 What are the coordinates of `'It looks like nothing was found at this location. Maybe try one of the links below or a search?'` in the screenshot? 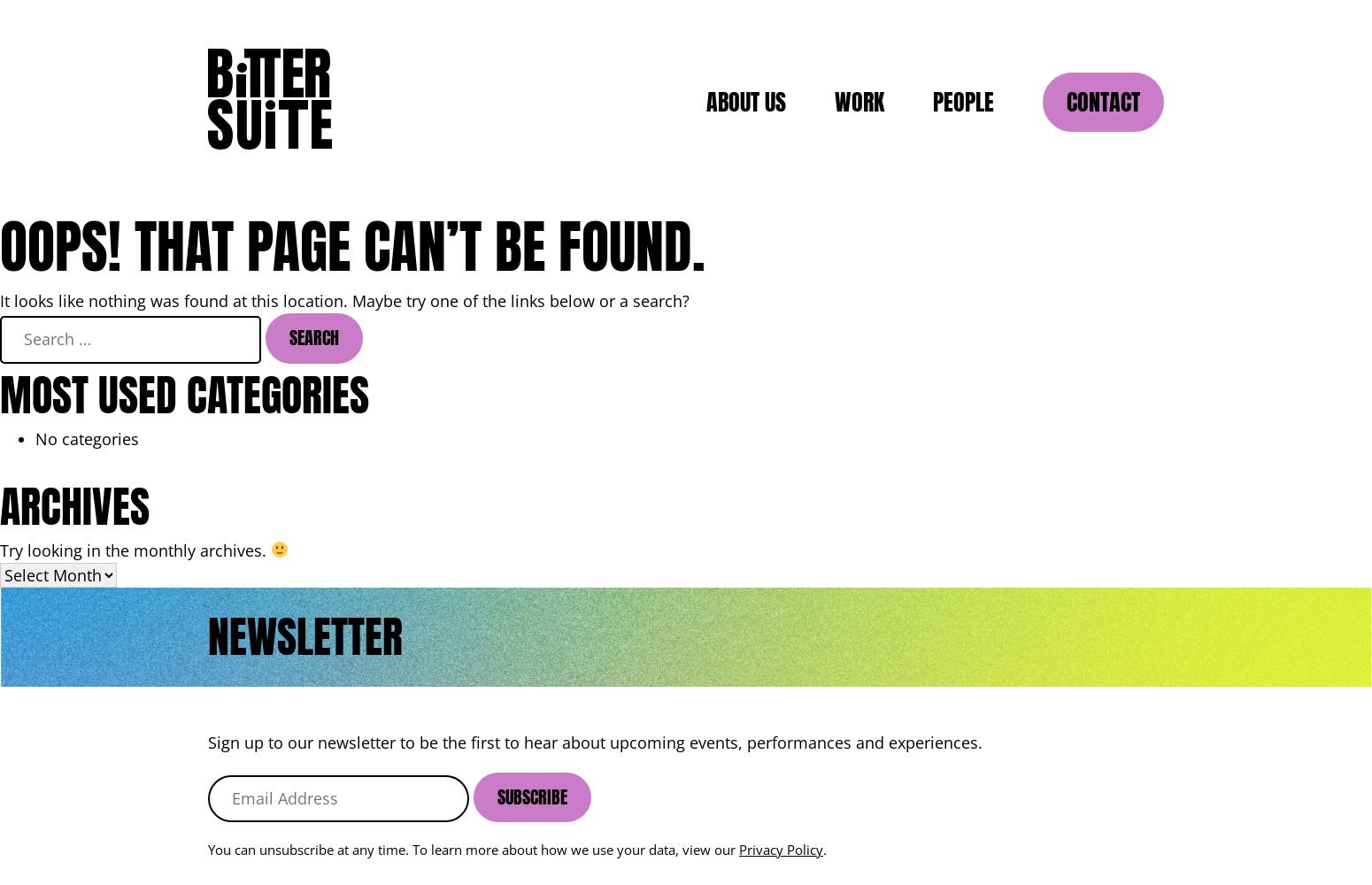 It's located at (344, 300).